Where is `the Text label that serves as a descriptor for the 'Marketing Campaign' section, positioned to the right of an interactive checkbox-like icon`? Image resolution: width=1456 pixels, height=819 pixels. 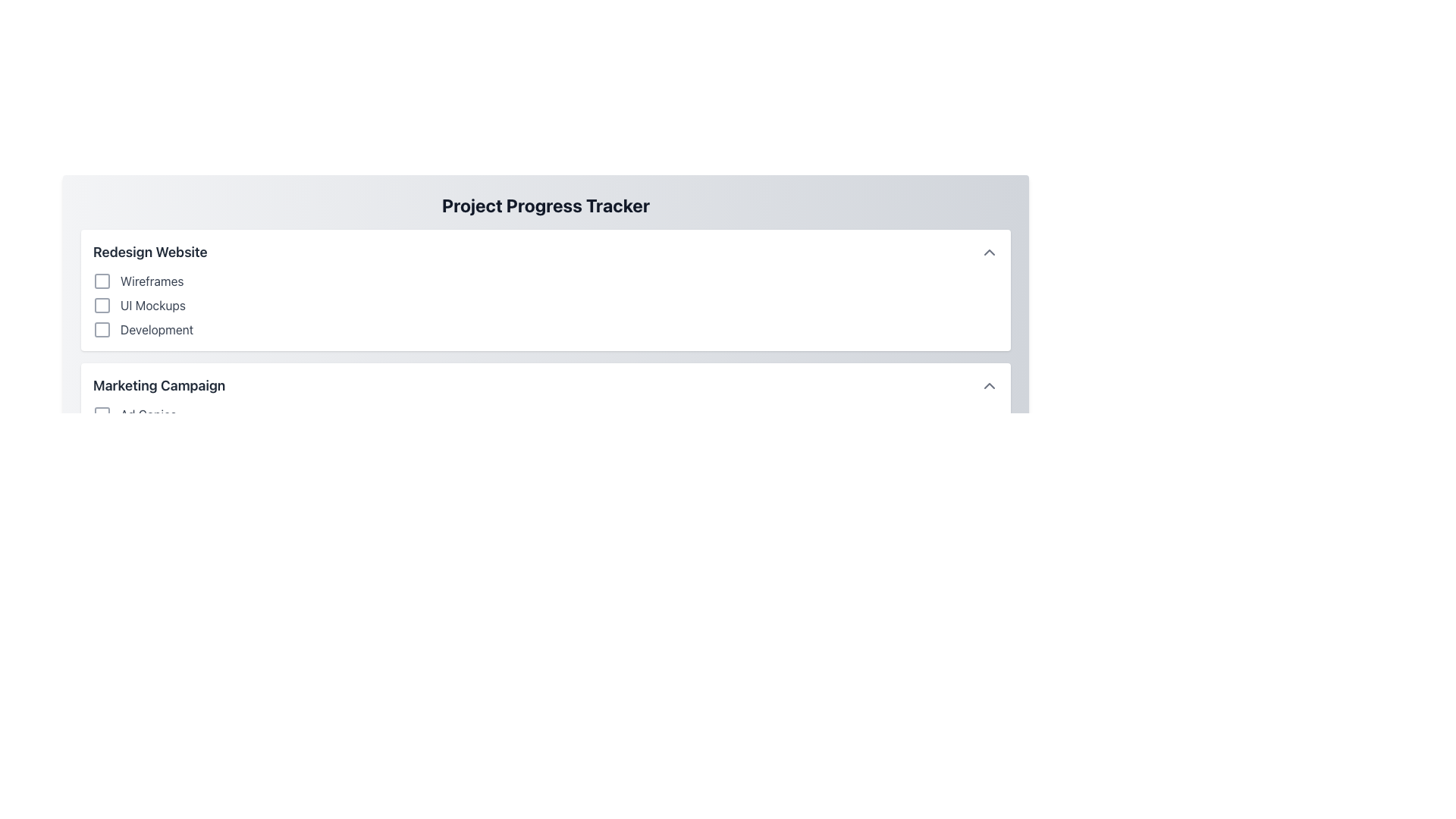
the Text label that serves as a descriptor for the 'Marketing Campaign' section, positioned to the right of an interactive checkbox-like icon is located at coordinates (149, 415).